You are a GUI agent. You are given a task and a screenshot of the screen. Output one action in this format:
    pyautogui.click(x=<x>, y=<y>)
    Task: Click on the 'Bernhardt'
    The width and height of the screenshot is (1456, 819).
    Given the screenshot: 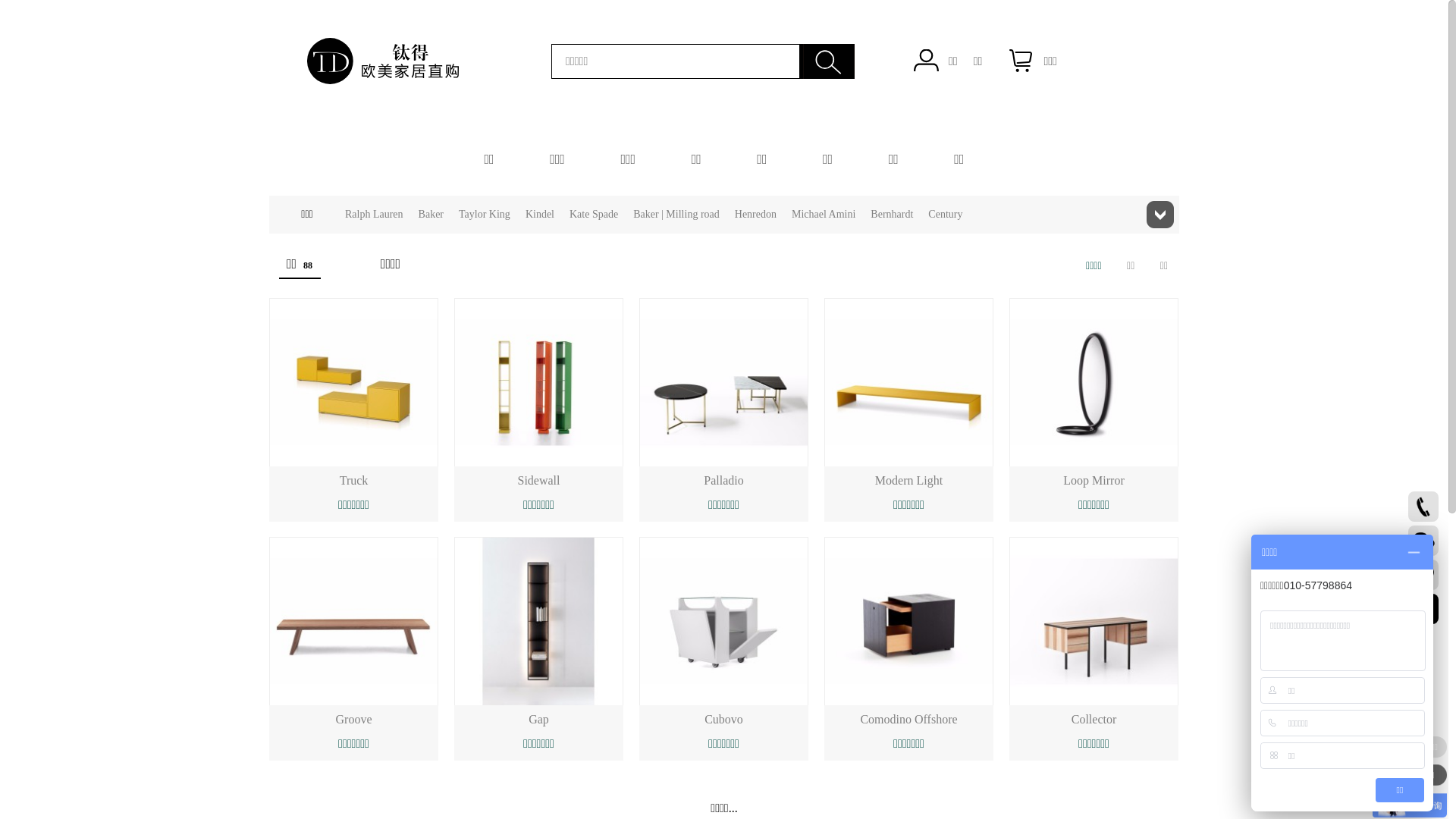 What is the action you would take?
    pyautogui.click(x=892, y=214)
    